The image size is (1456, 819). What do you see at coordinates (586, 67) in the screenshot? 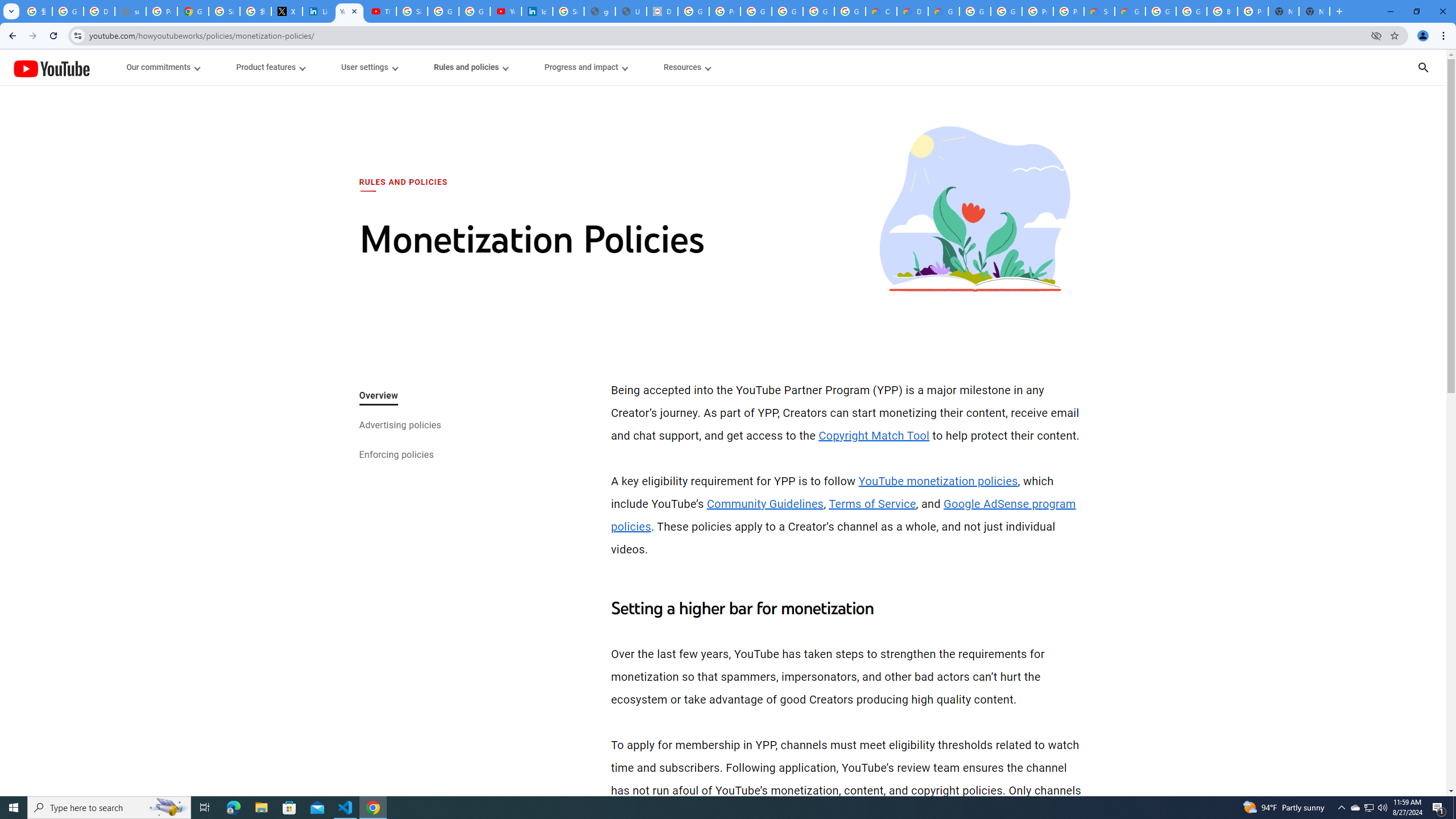
I see `'Progress and impact menupopup'` at bounding box center [586, 67].